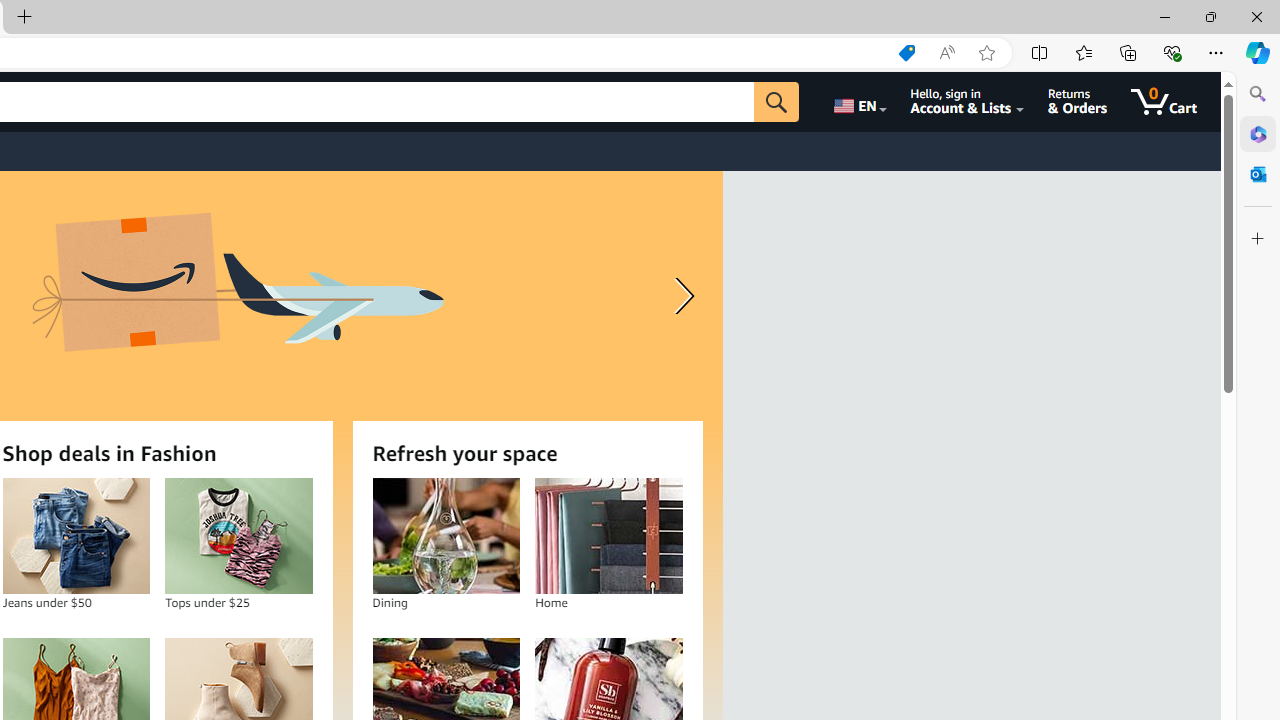 The image size is (1280, 720). I want to click on 'Shopping in Microsoft Edge', so click(905, 52).